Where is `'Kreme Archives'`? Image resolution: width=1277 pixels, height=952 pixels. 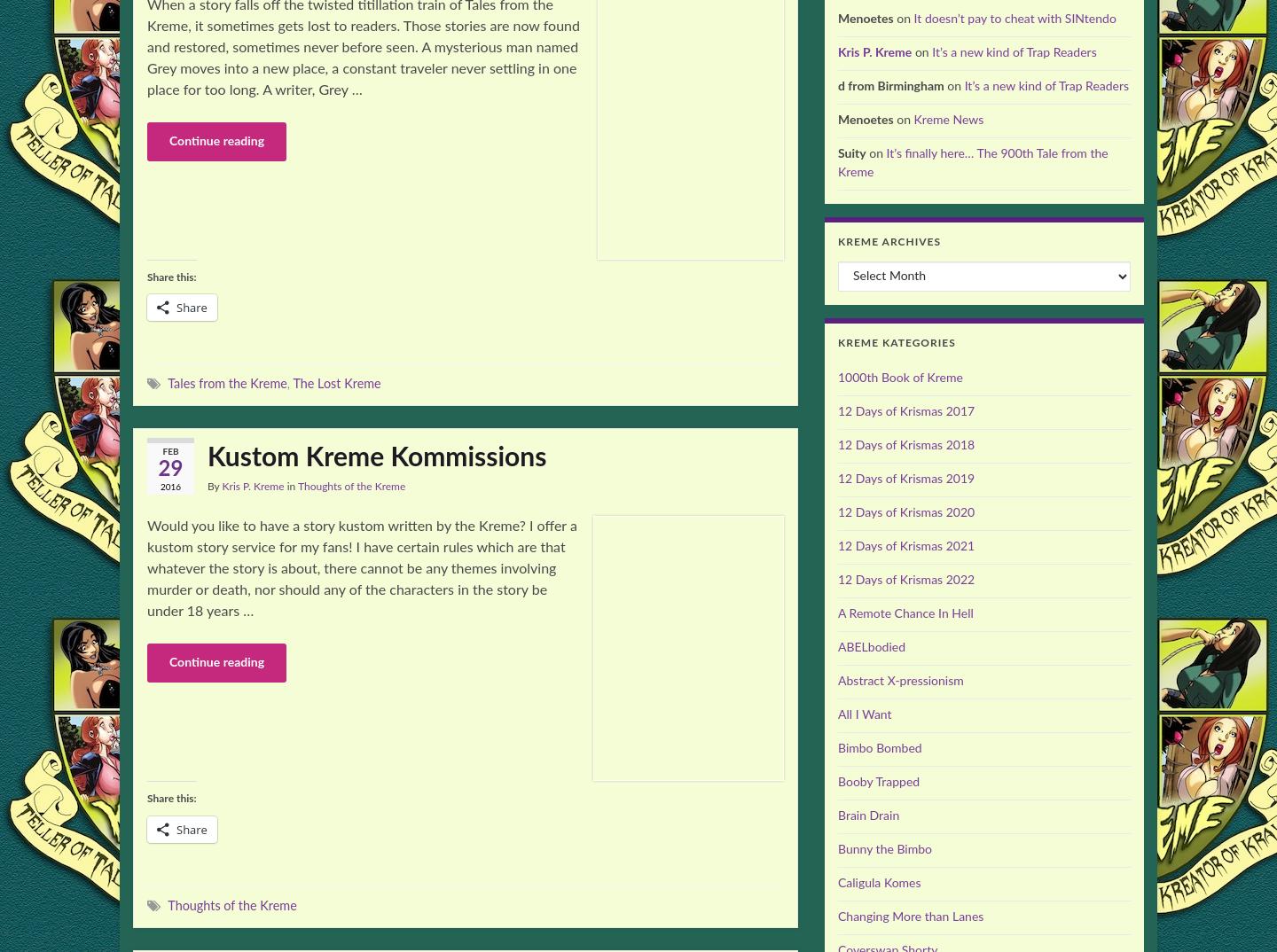 'Kreme Archives' is located at coordinates (888, 242).